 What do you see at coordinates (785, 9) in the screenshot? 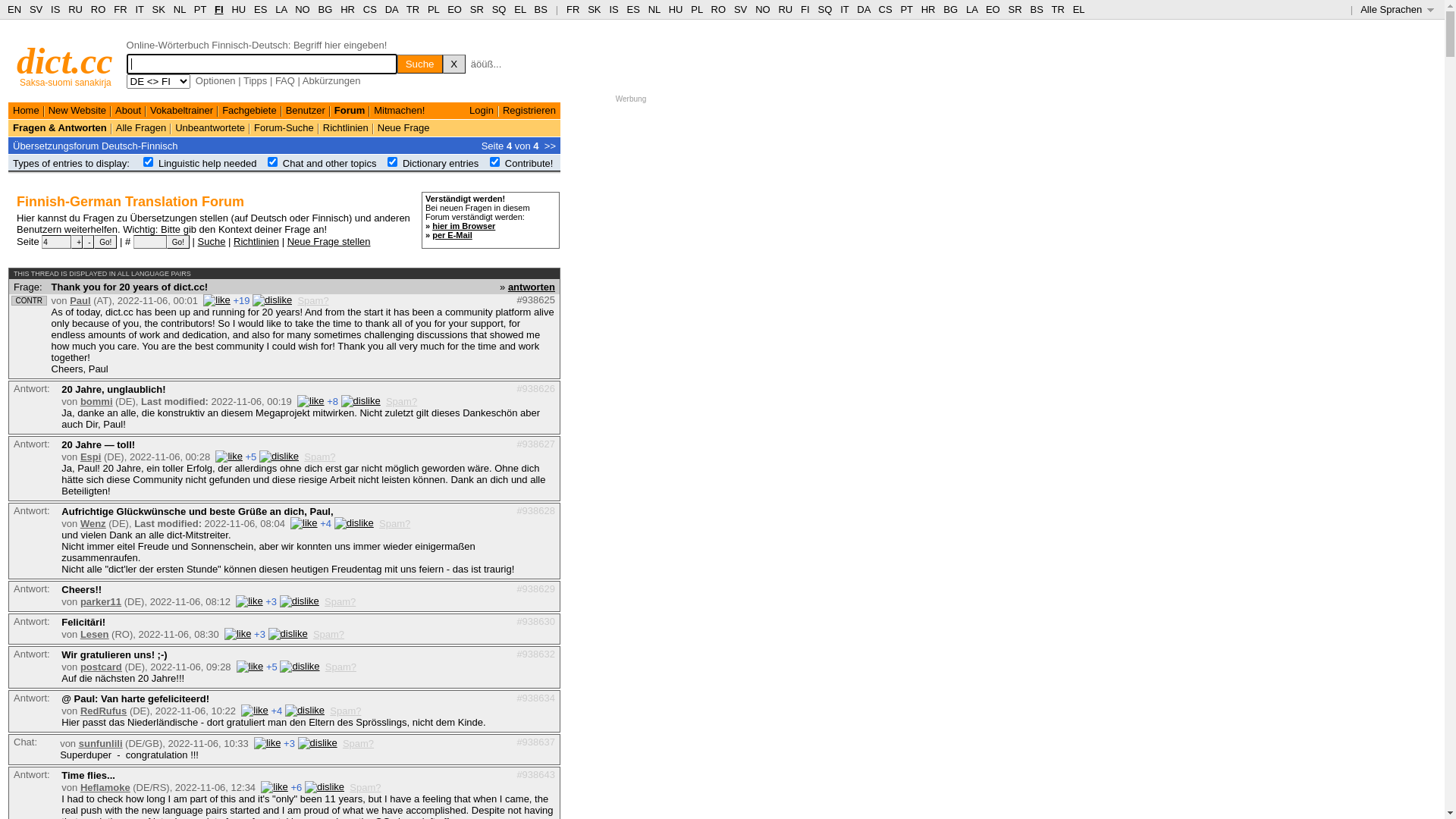
I see `'RU'` at bounding box center [785, 9].